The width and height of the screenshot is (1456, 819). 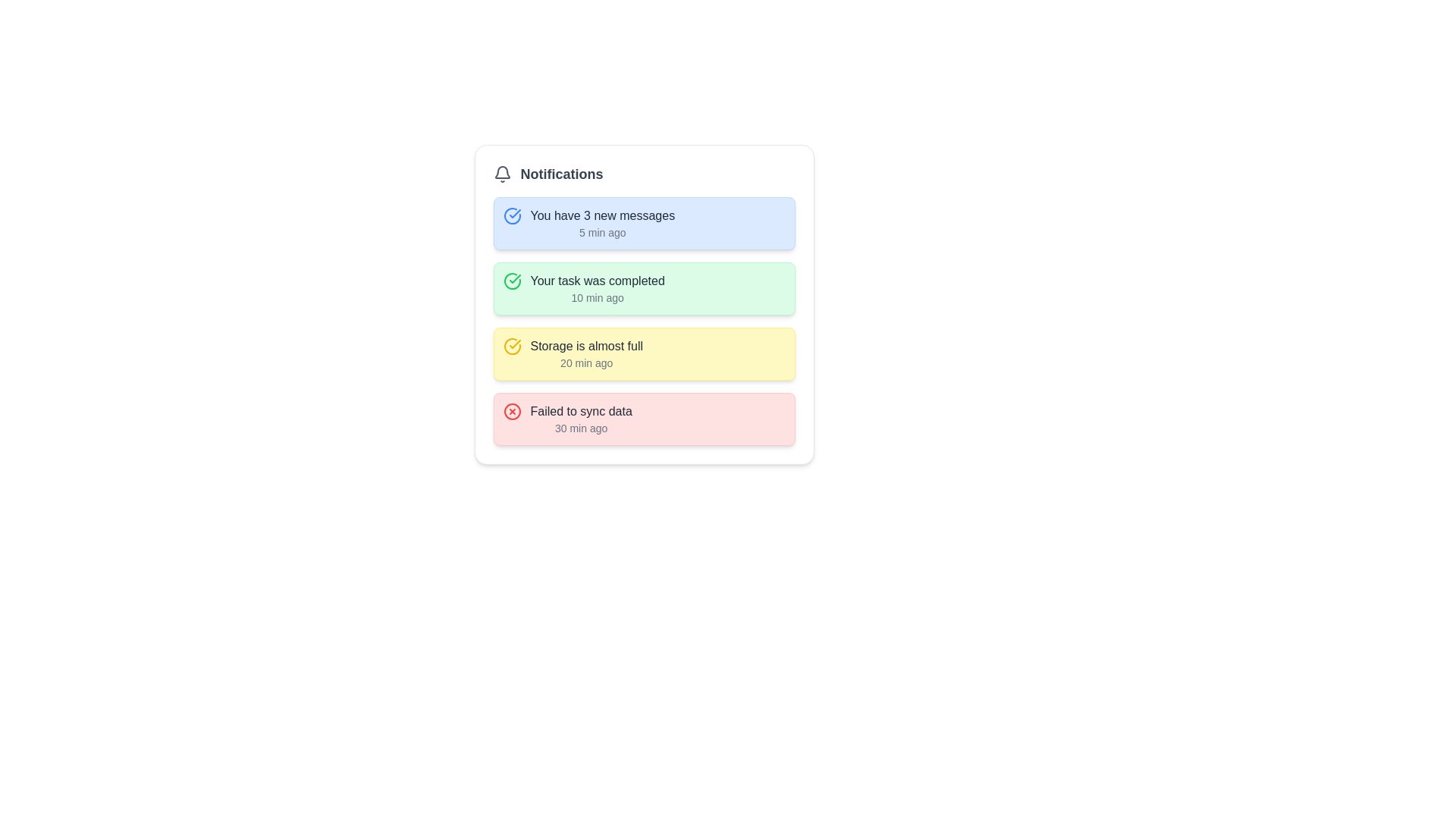 What do you see at coordinates (580, 412) in the screenshot?
I see `notification text labeled 'Failed to sync data' which is styled in medium-weight gray on a light pink background, located in the fourth notification panel at the bottom of the notification list` at bounding box center [580, 412].